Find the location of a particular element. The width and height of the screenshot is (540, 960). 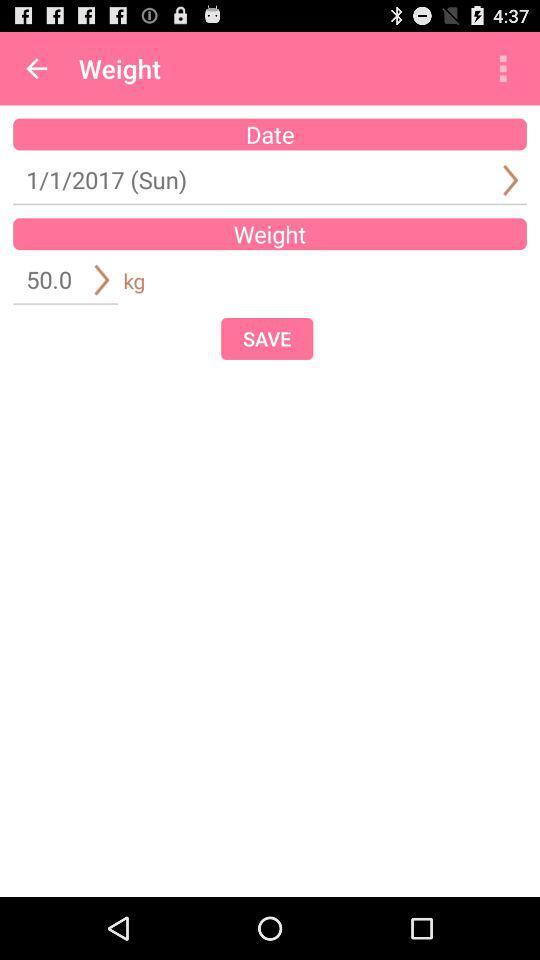

the icon above date icon is located at coordinates (502, 68).